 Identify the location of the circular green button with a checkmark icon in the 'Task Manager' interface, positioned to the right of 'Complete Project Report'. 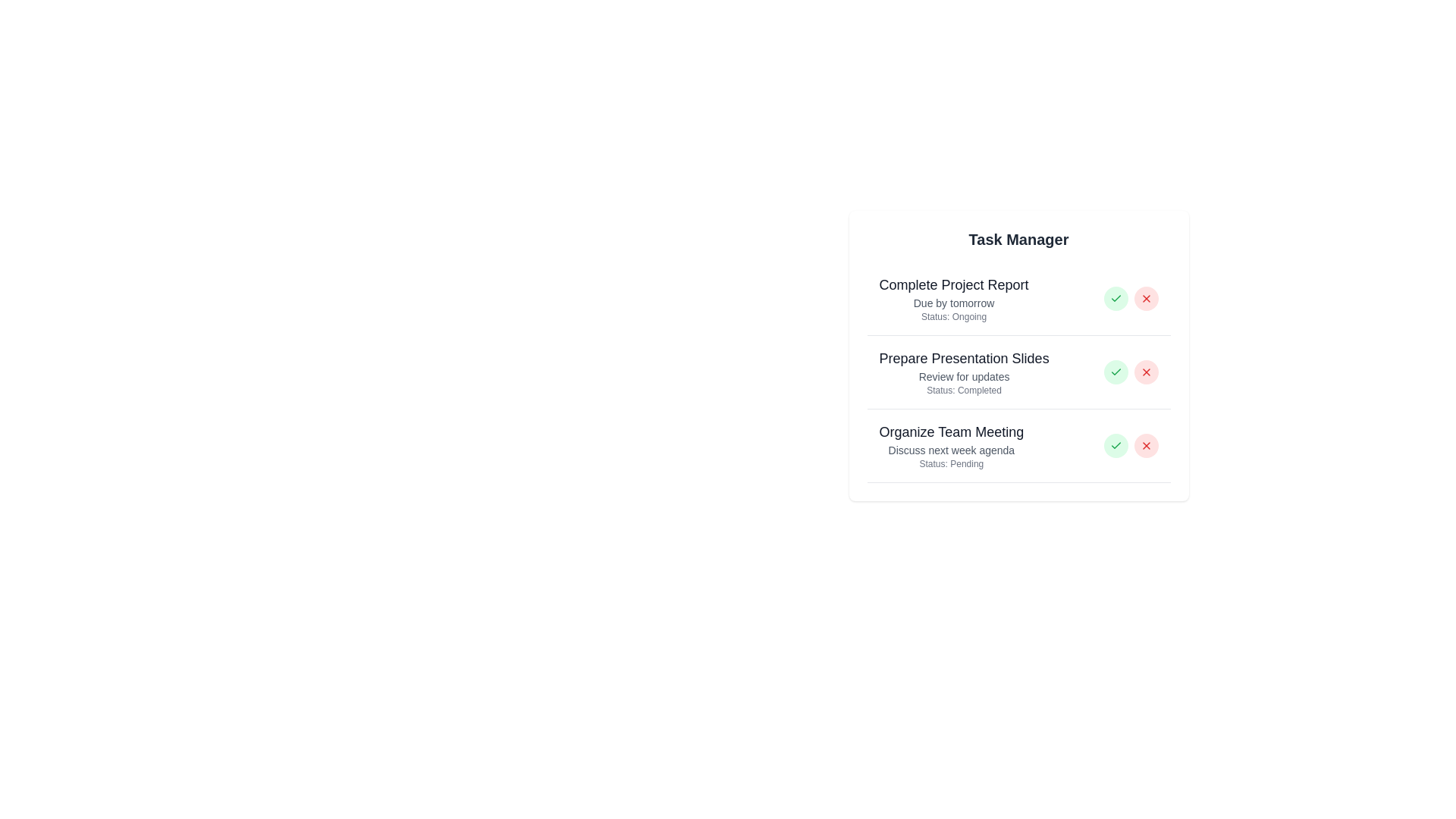
(1116, 298).